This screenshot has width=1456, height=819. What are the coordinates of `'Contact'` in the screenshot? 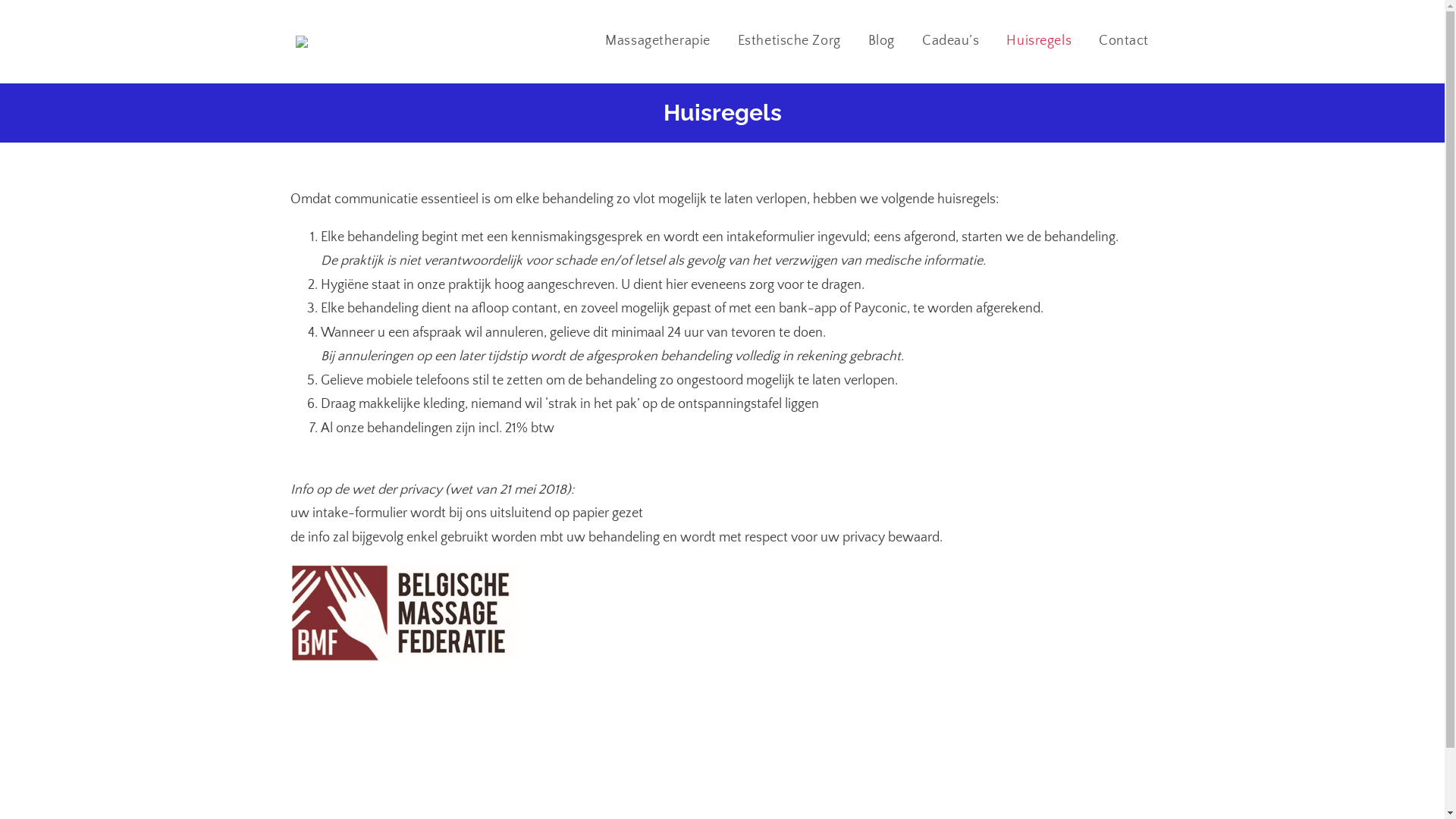 It's located at (1124, 40).